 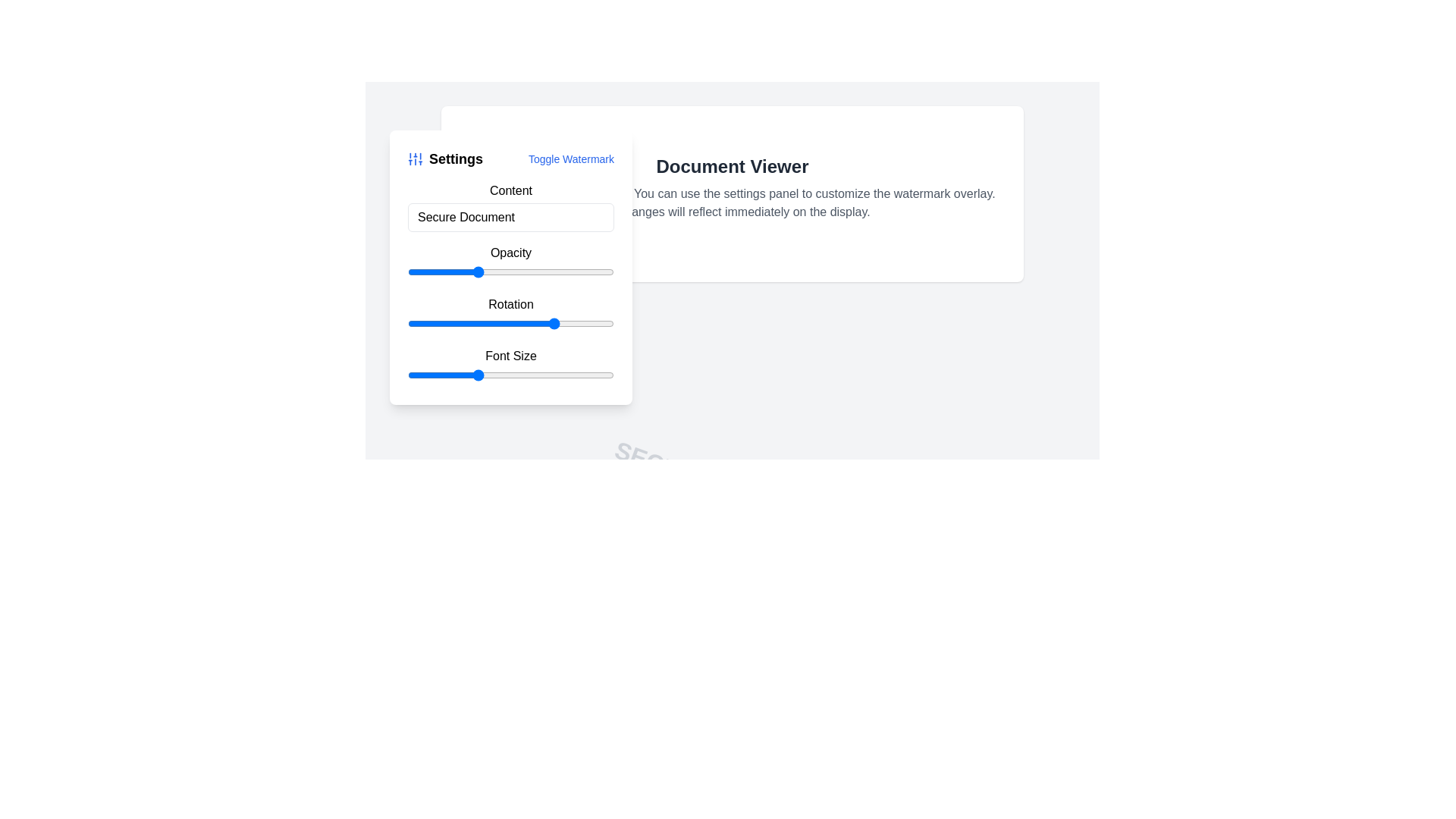 What do you see at coordinates (446, 375) in the screenshot?
I see `the font size slider` at bounding box center [446, 375].